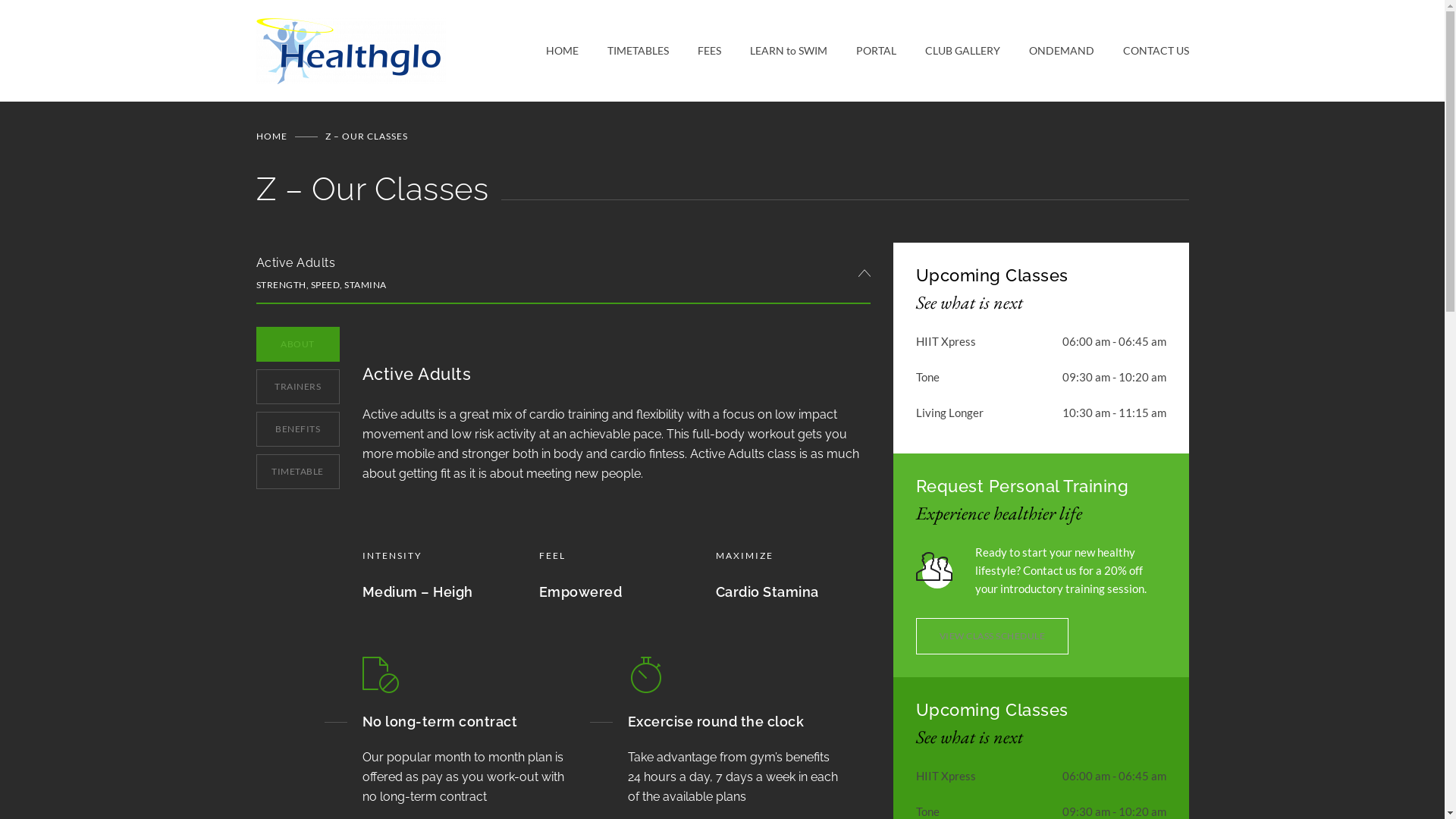 This screenshot has width=1456, height=819. Describe the element at coordinates (298, 344) in the screenshot. I see `'ABOUT'` at that location.